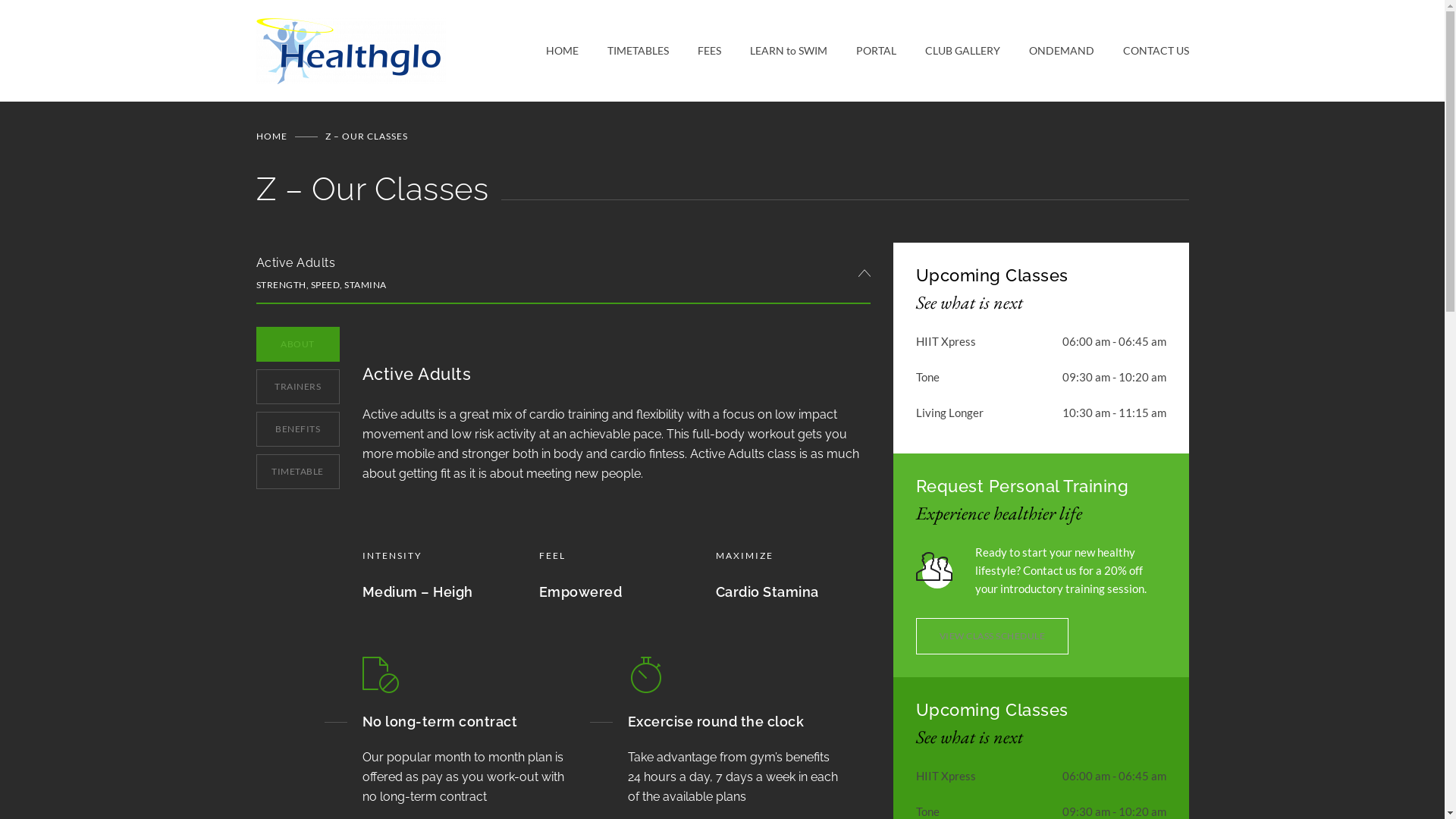 This screenshot has width=1456, height=819. Describe the element at coordinates (298, 344) in the screenshot. I see `'ABOUT'` at that location.